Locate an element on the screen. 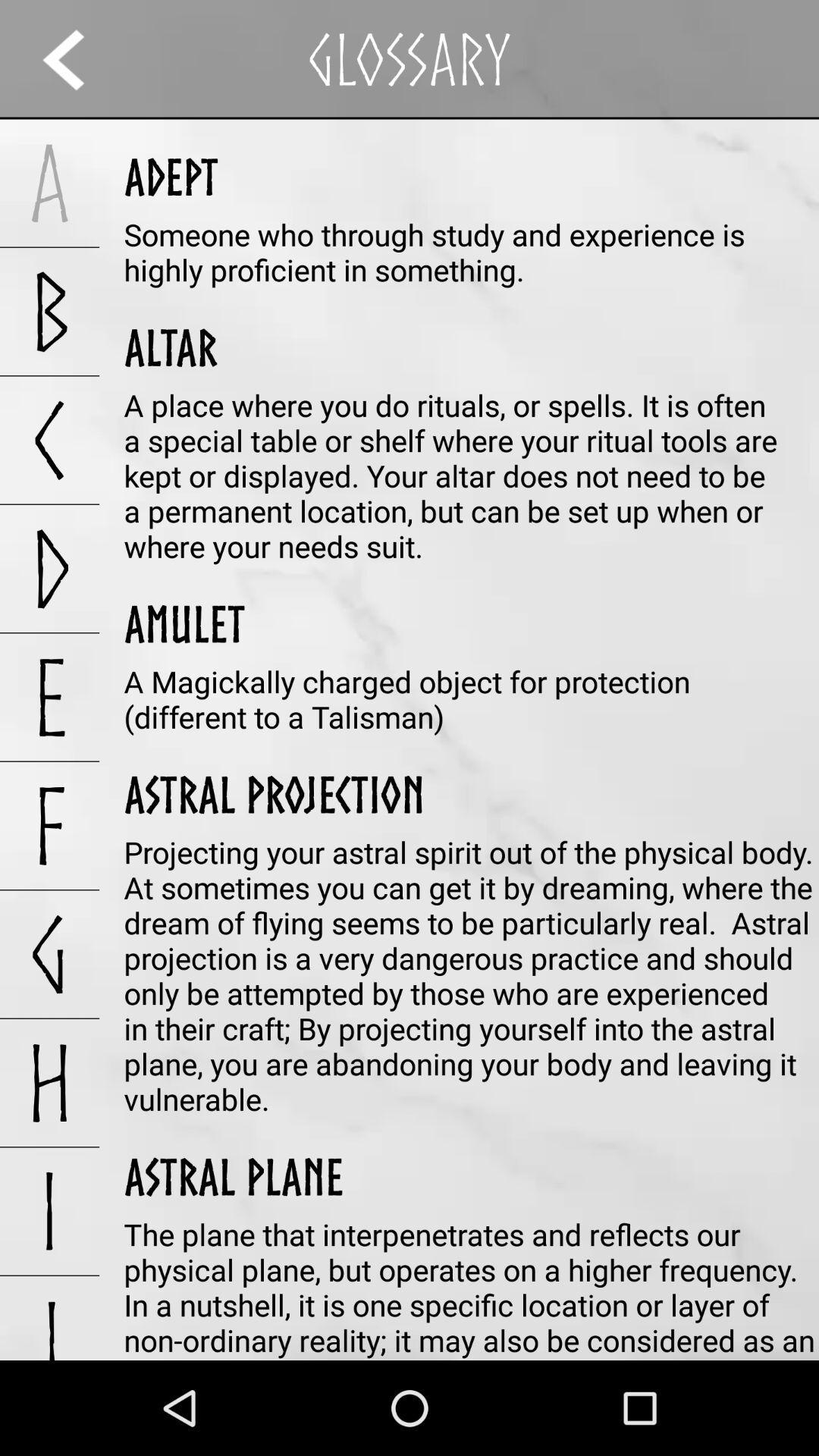 The image size is (819, 1456). the d is located at coordinates (49, 567).